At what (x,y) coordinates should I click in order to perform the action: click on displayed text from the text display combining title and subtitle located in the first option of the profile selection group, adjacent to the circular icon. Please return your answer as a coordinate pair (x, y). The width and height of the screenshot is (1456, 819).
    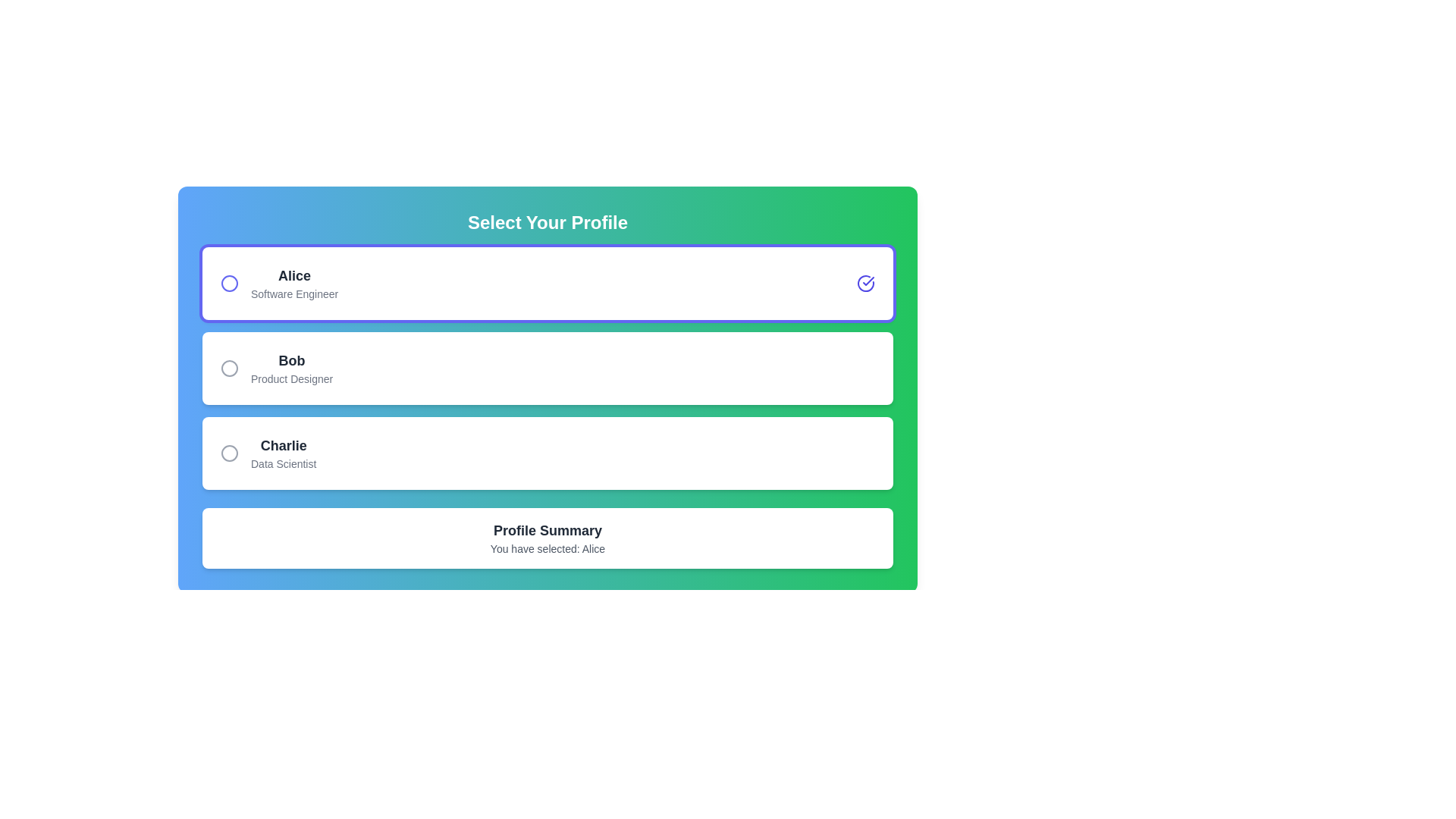
    Looking at the image, I should click on (279, 284).